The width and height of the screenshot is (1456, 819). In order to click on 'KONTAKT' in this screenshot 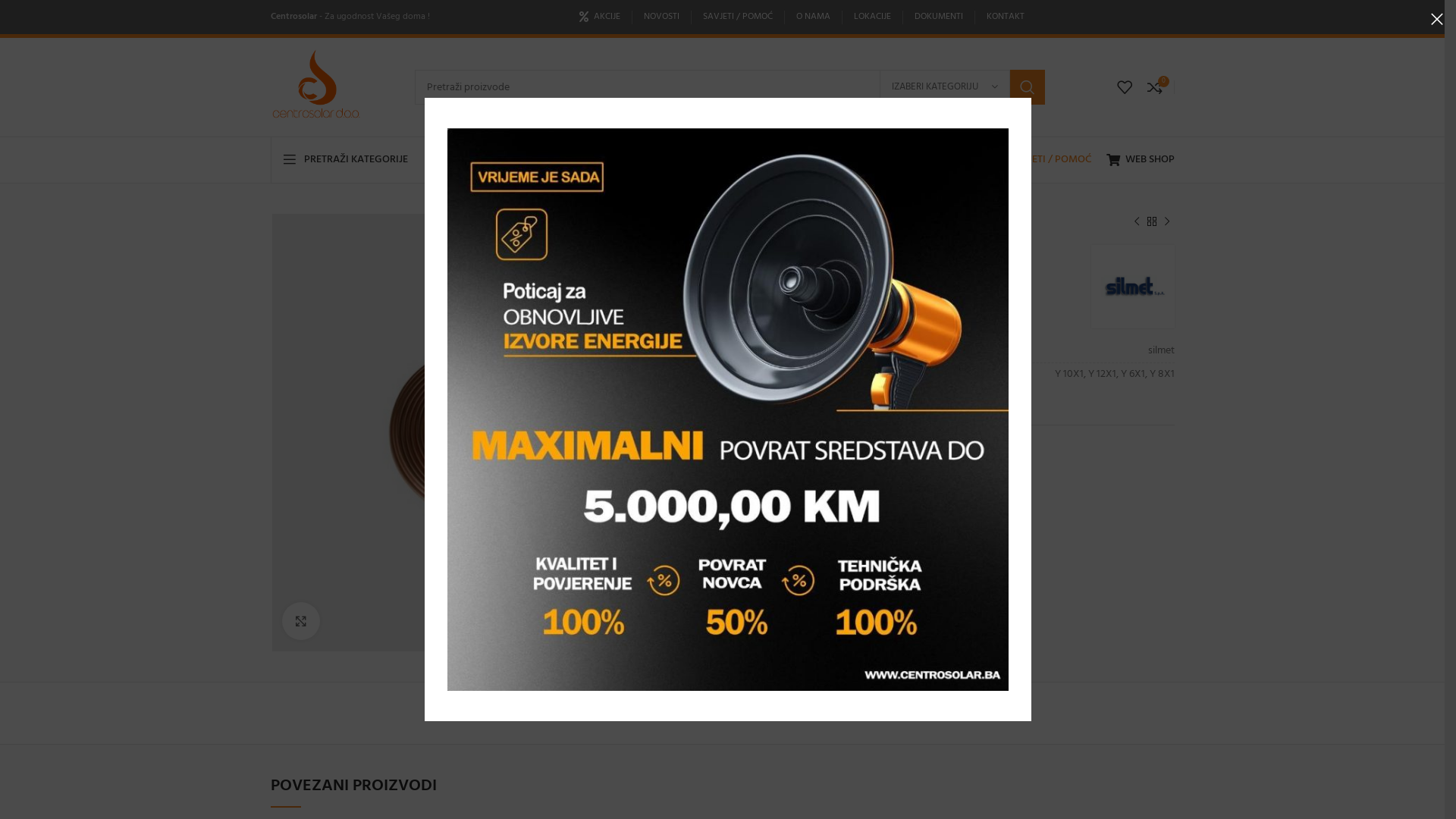, I will do `click(1005, 17)`.